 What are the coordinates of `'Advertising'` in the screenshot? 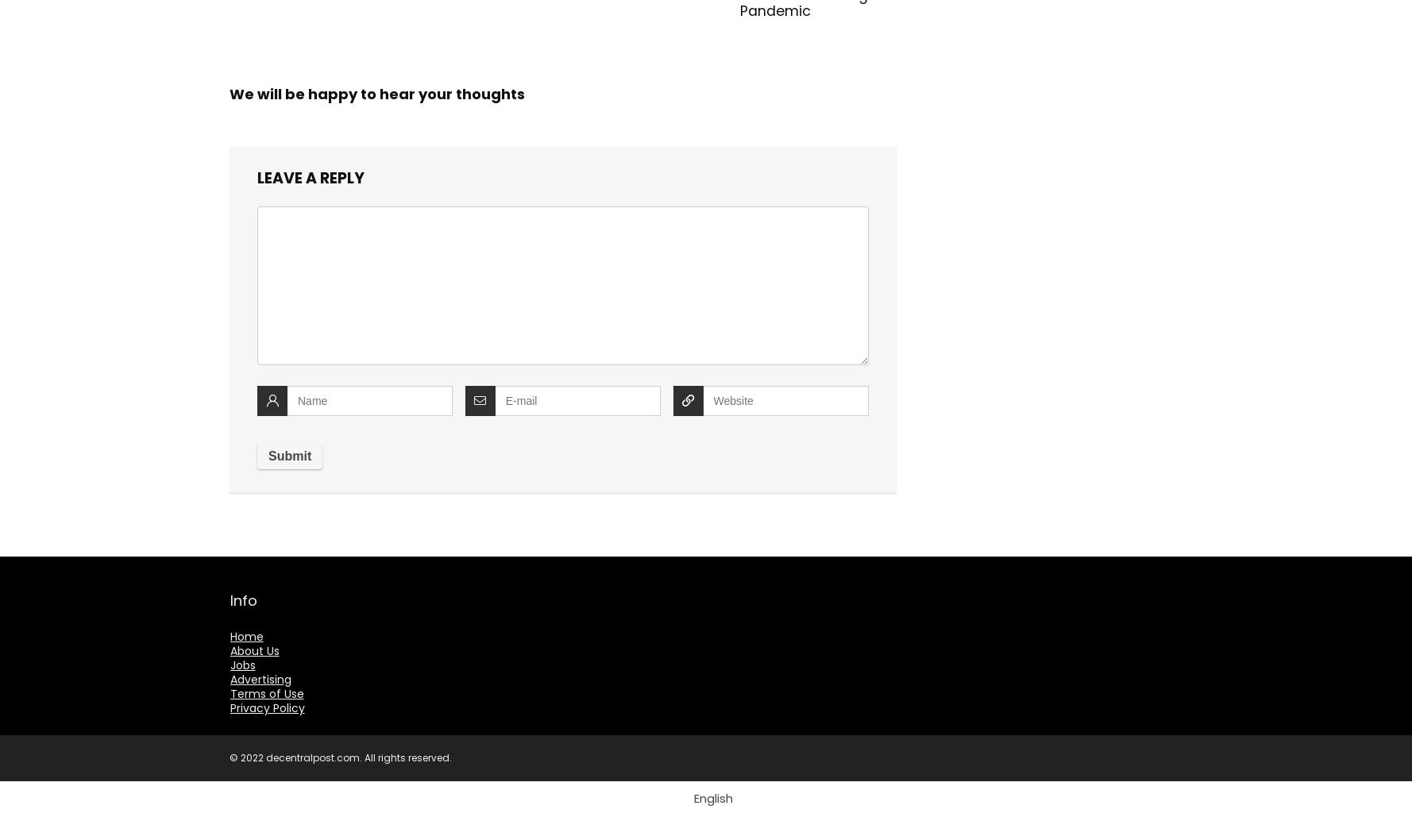 It's located at (229, 679).